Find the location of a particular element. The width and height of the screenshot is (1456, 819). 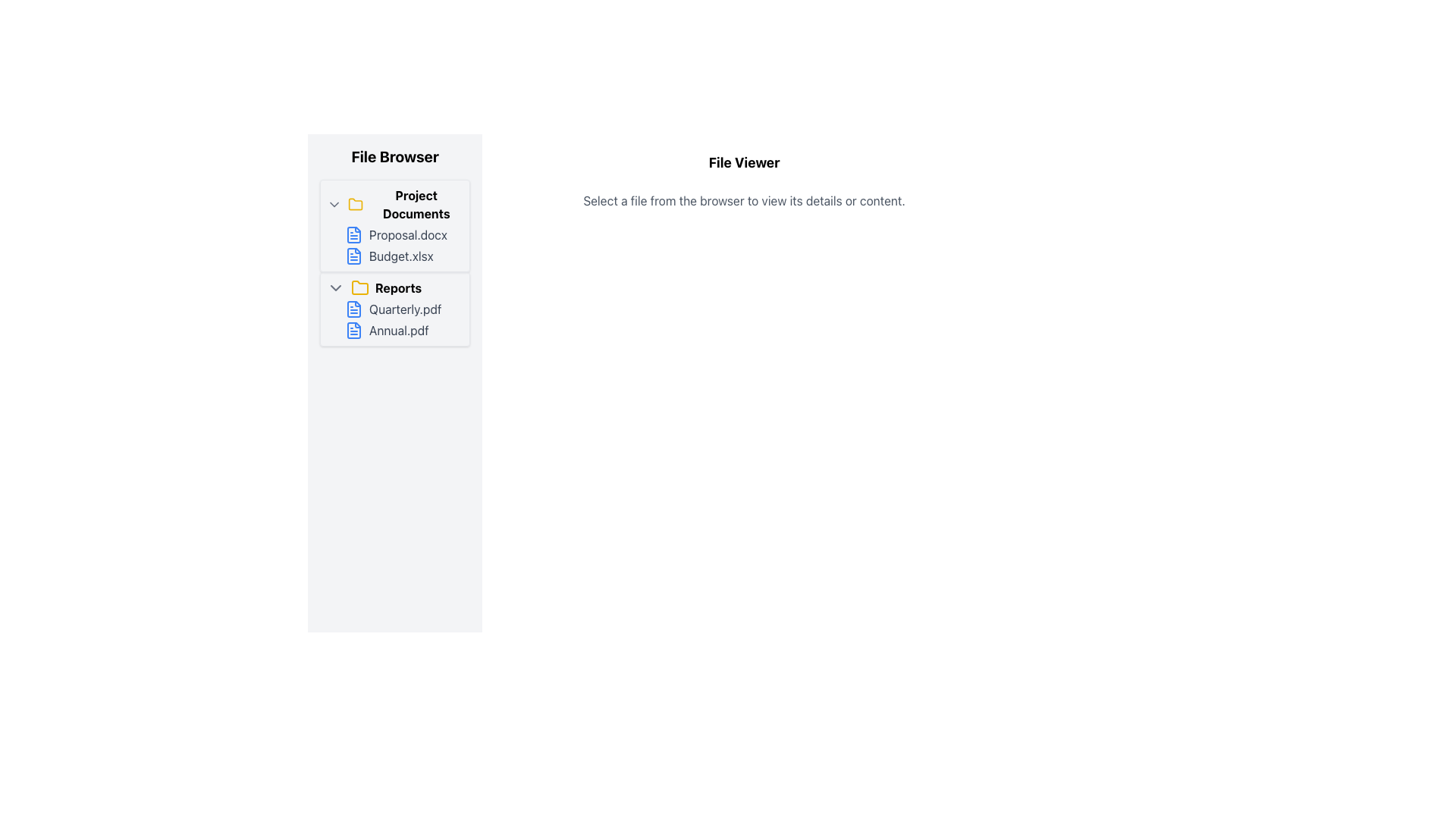

the downward chevron icon in muted gray tone located to the left of the 'Reports' text to indicate its functionality is located at coordinates (334, 288).